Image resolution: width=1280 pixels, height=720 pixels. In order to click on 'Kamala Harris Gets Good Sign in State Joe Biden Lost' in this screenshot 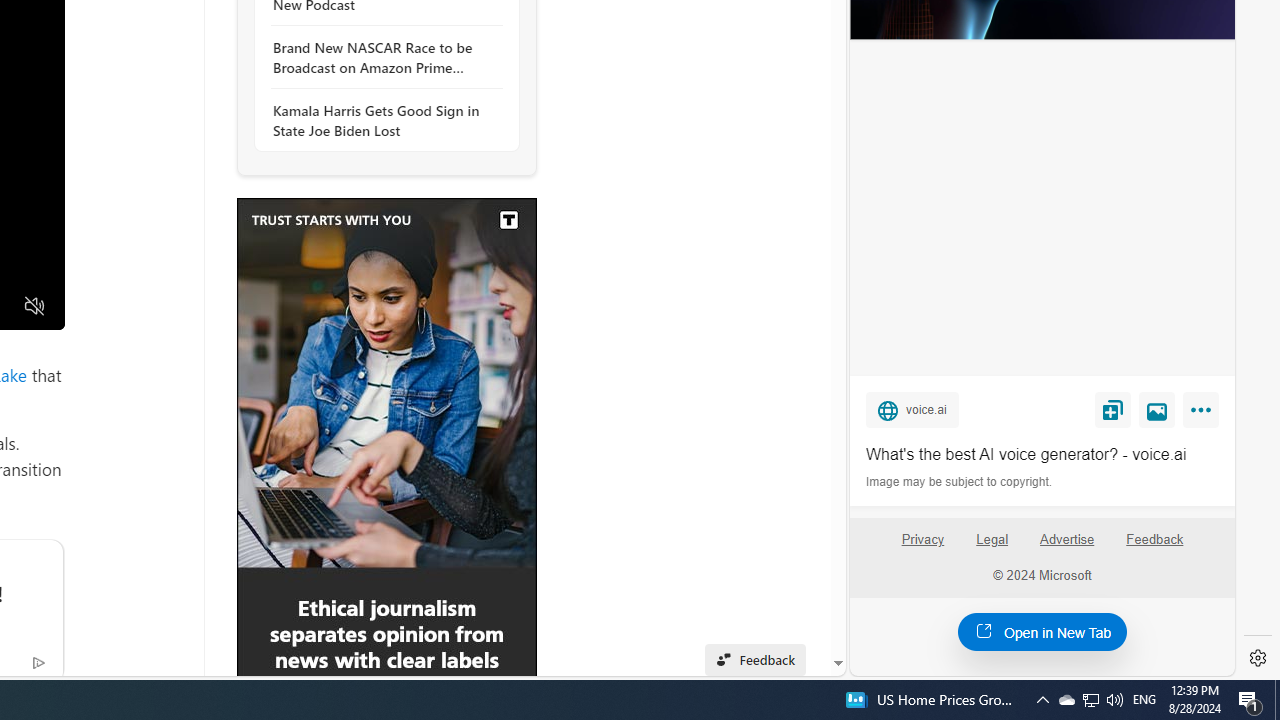, I will do `click(381, 120)`.